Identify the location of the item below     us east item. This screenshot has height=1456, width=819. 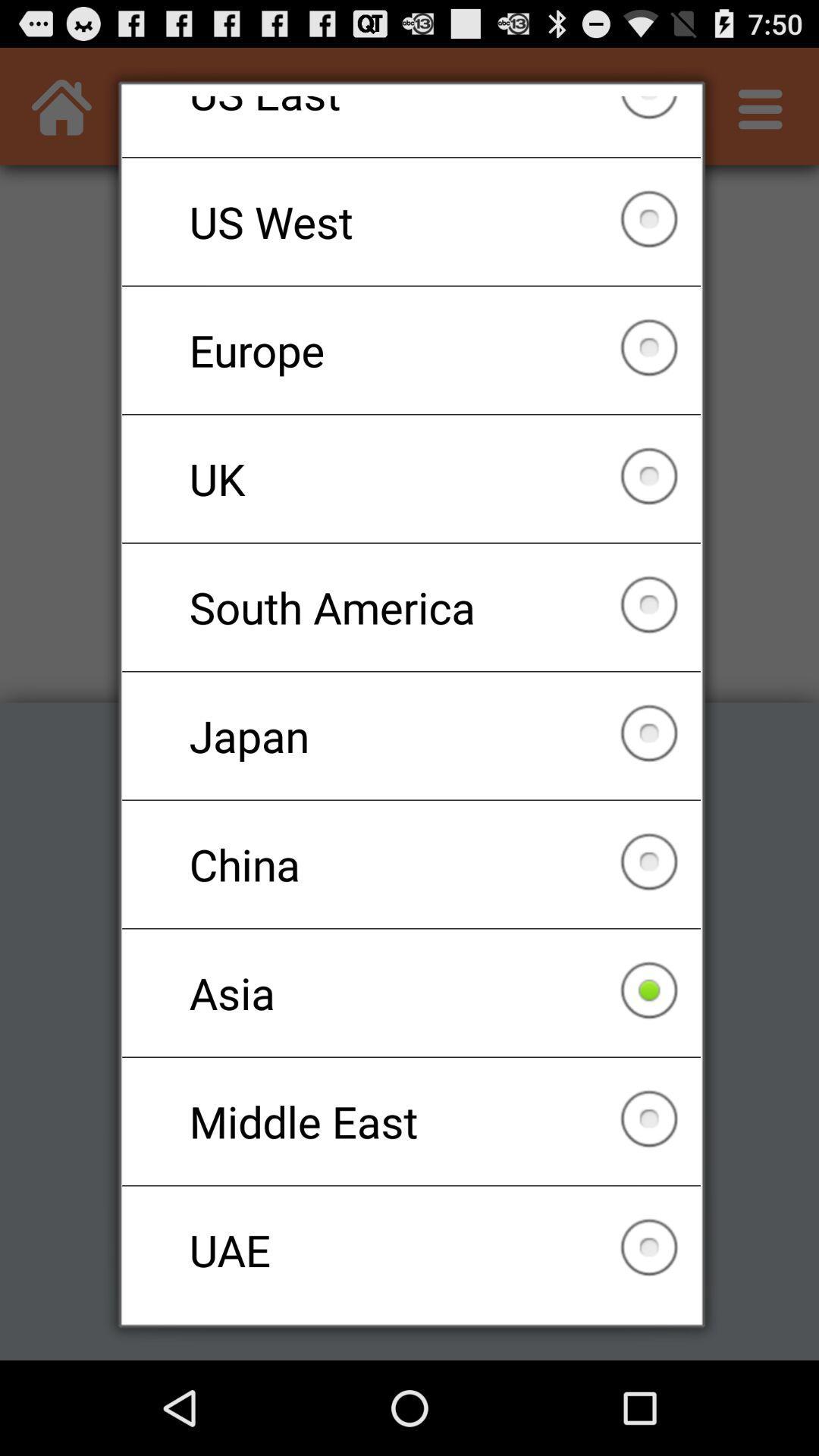
(411, 221).